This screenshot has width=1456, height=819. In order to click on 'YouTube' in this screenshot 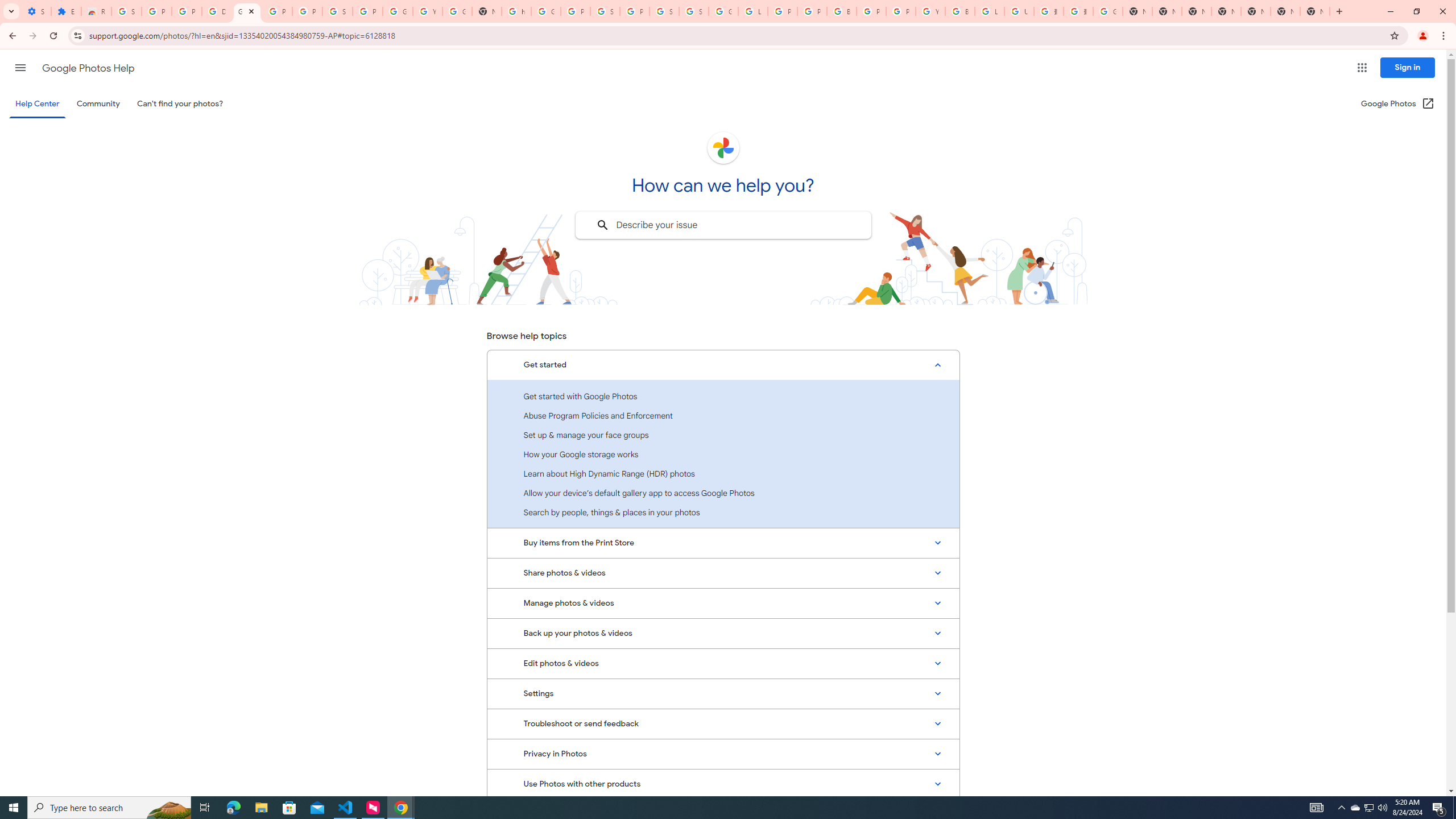, I will do `click(929, 11)`.